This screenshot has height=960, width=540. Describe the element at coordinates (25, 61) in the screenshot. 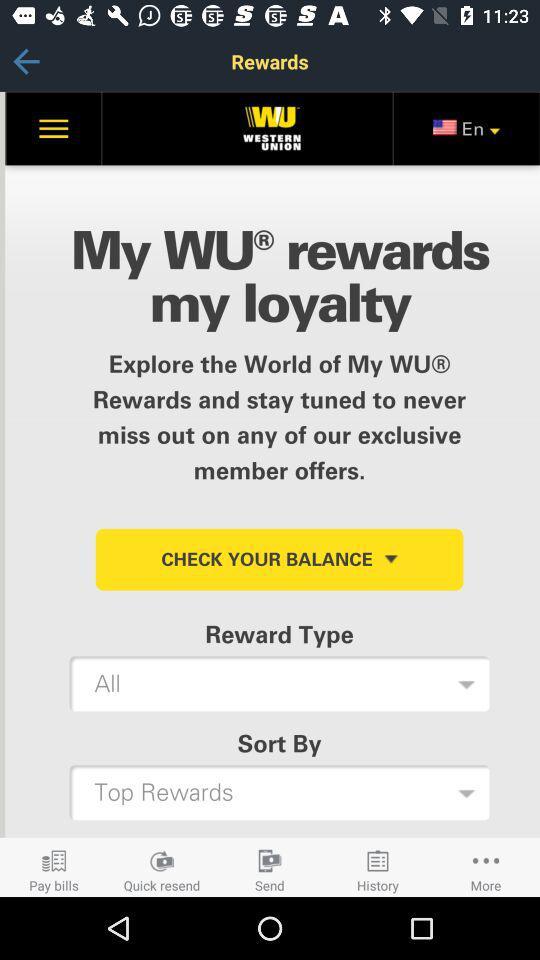

I see `back` at that location.